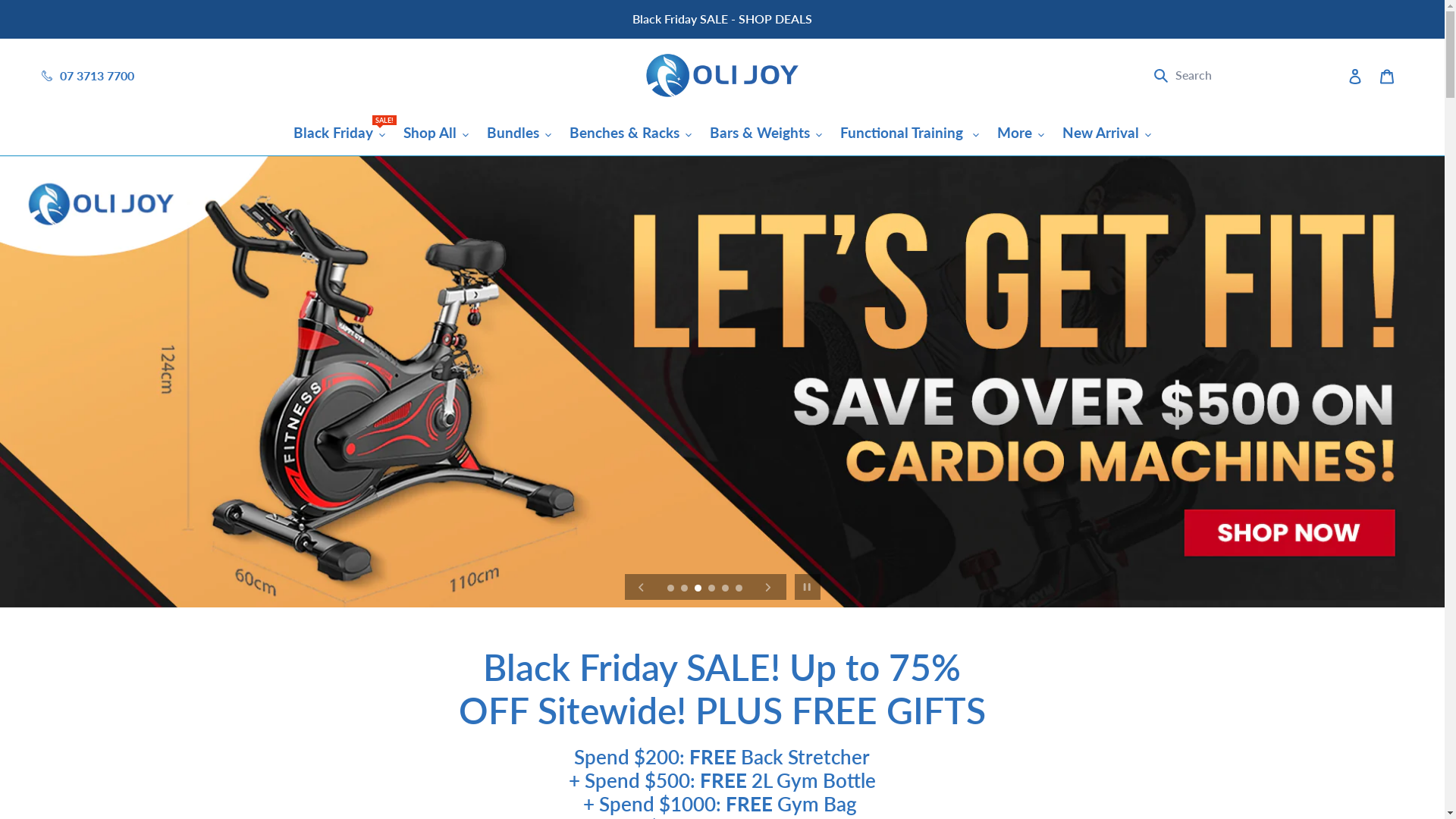 The height and width of the screenshot is (819, 1456). What do you see at coordinates (1020, 132) in the screenshot?
I see `'More'` at bounding box center [1020, 132].